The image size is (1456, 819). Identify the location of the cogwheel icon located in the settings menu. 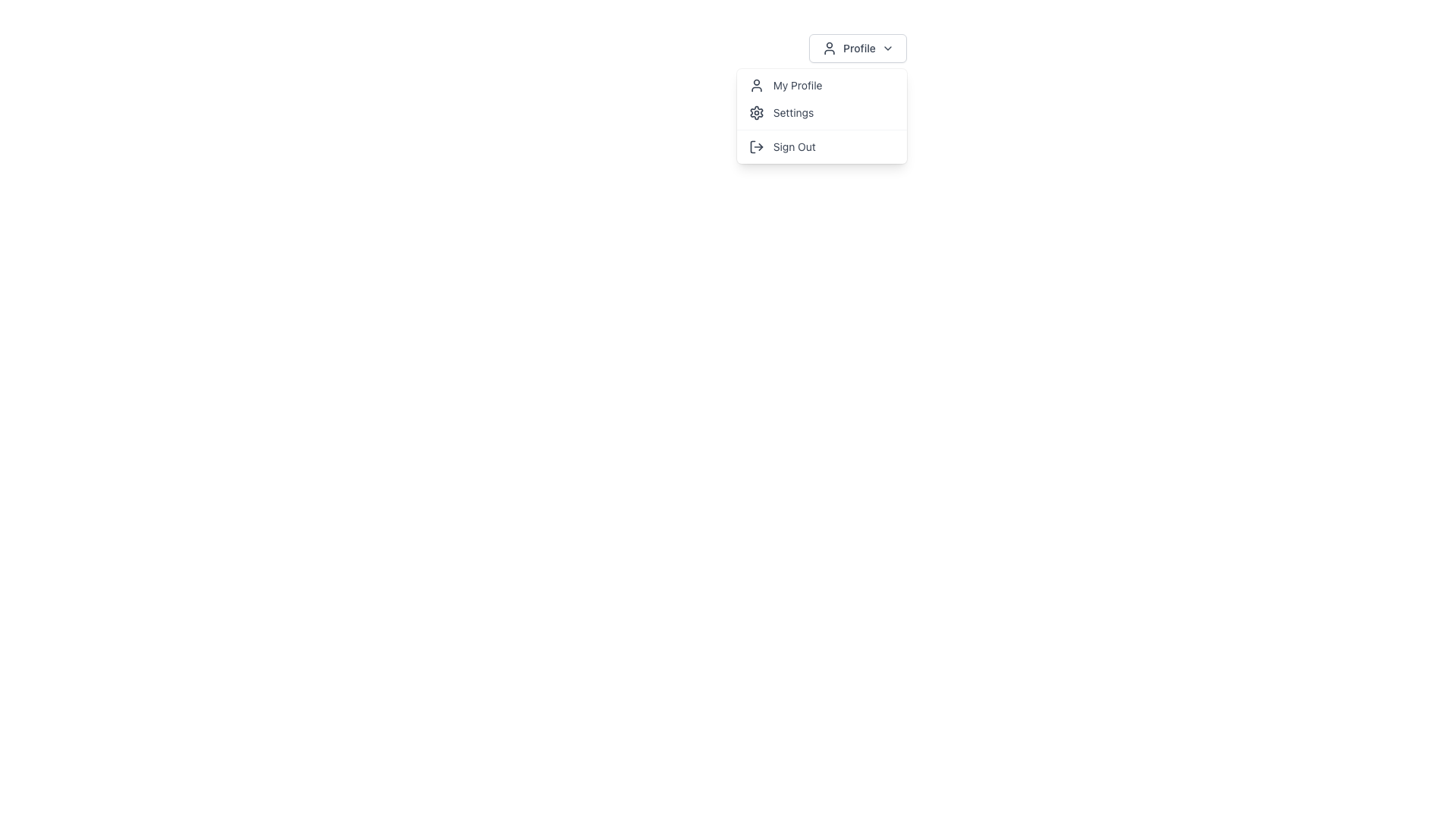
(756, 112).